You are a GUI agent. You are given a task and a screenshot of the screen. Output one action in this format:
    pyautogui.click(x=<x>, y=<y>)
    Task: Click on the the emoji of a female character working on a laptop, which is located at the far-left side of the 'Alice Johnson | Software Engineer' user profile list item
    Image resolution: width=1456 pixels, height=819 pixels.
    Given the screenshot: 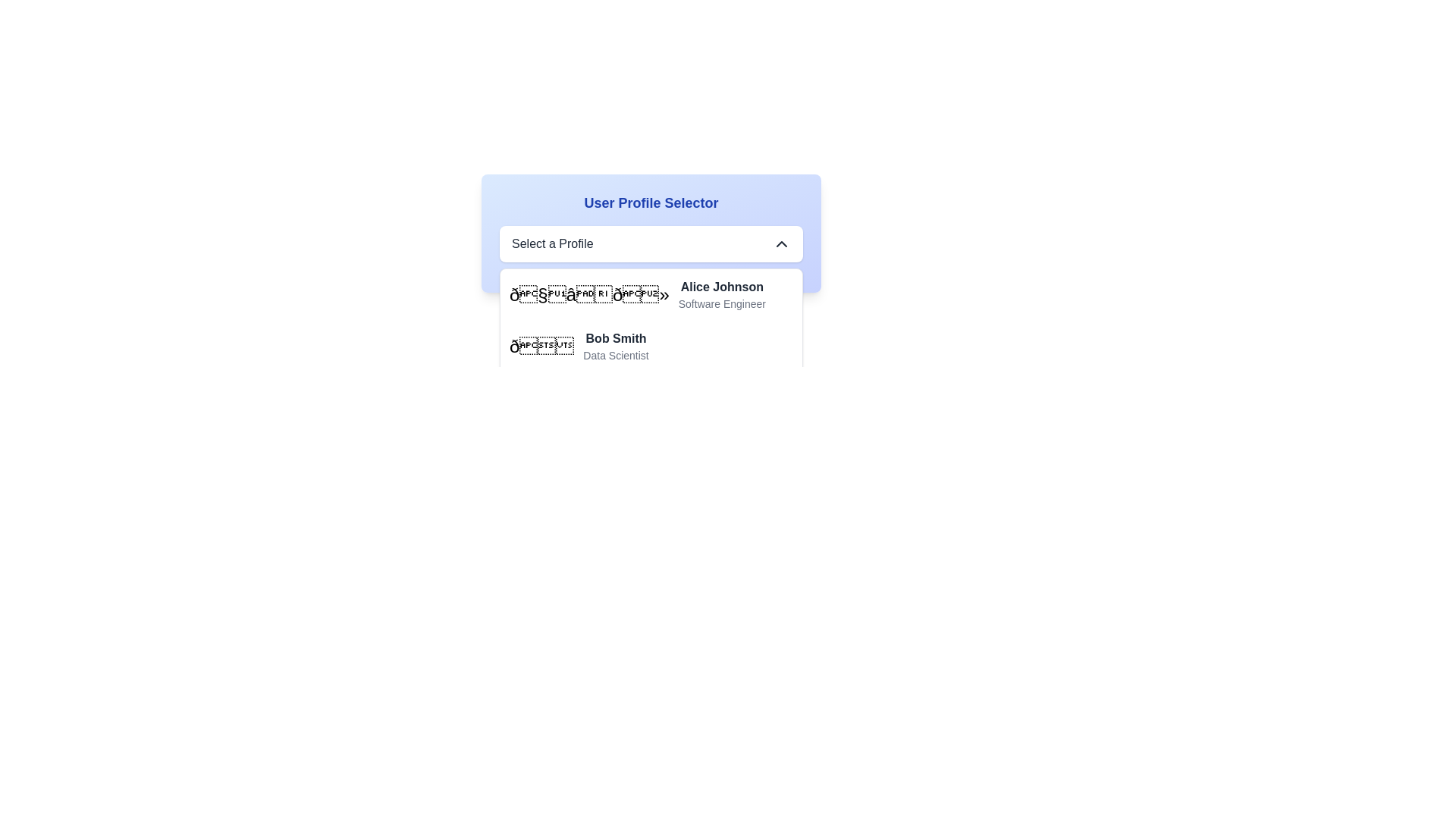 What is the action you would take?
    pyautogui.click(x=588, y=295)
    